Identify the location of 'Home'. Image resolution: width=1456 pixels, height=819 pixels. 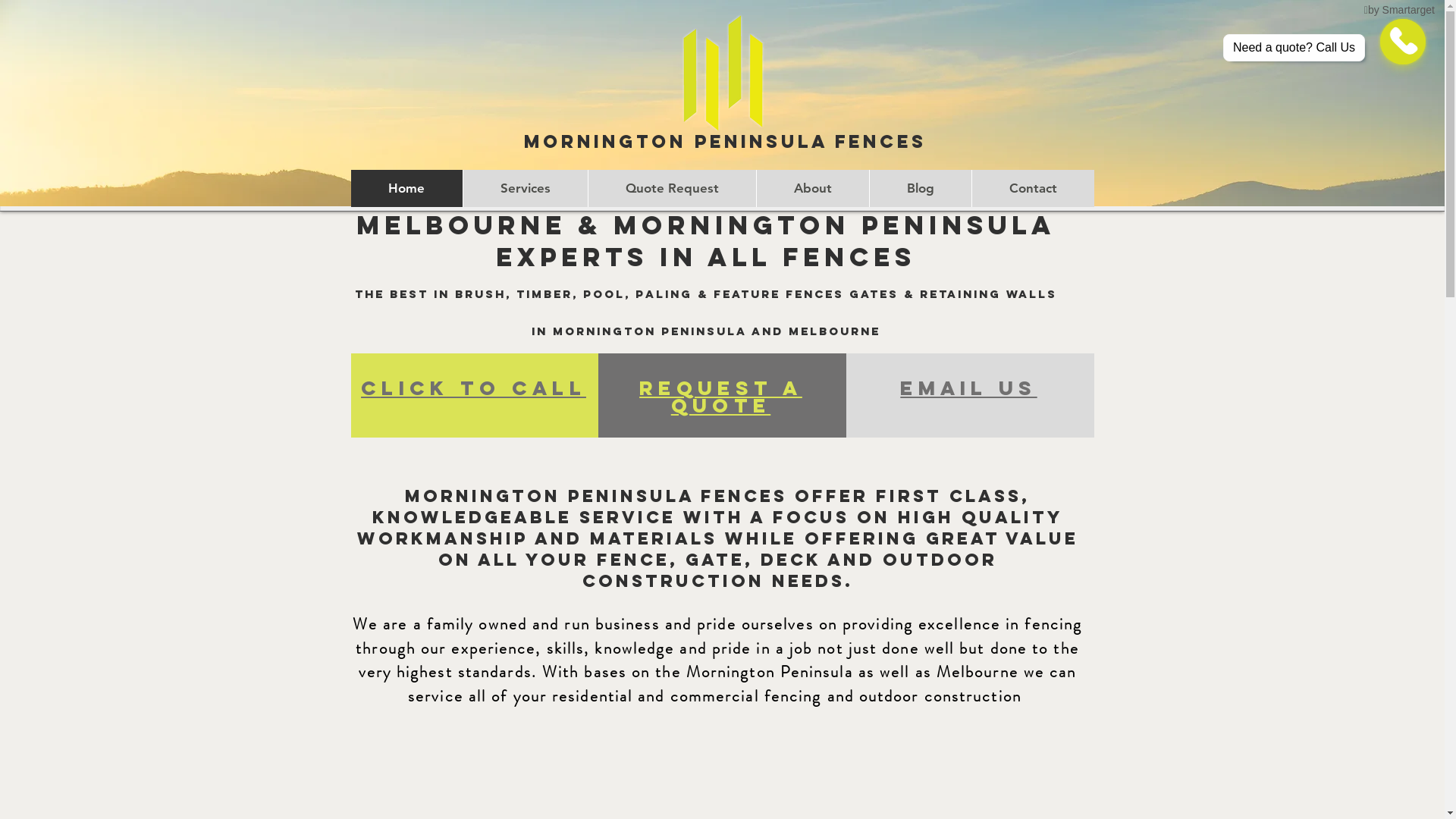
(349, 187).